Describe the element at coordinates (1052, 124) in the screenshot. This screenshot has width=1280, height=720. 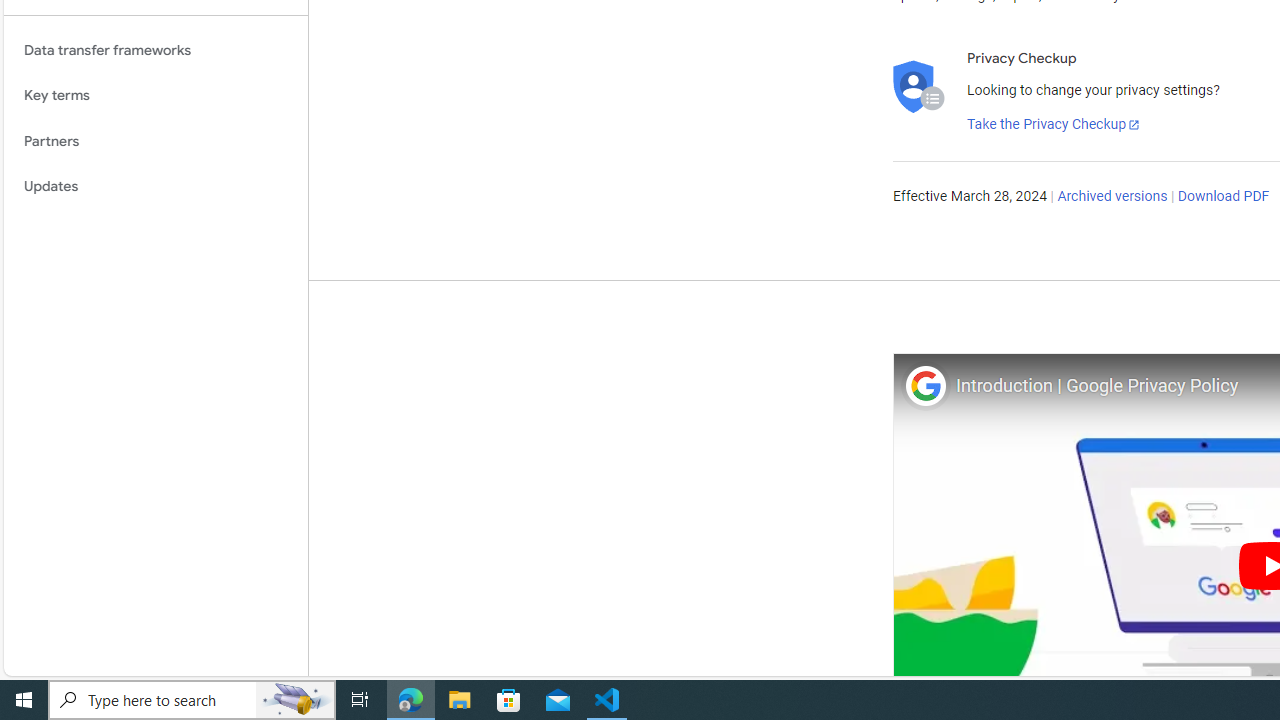
I see `'Take the Privacy Checkup'` at that location.